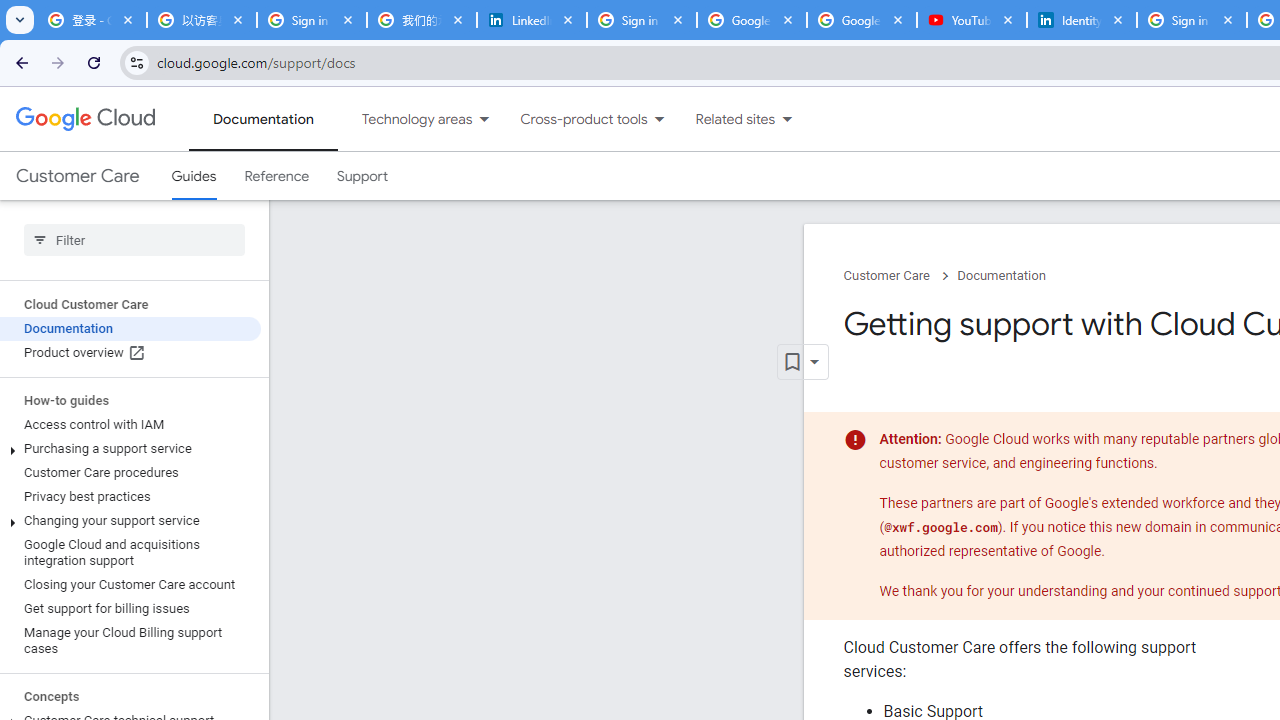  I want to click on 'Guides, selected', so click(193, 175).